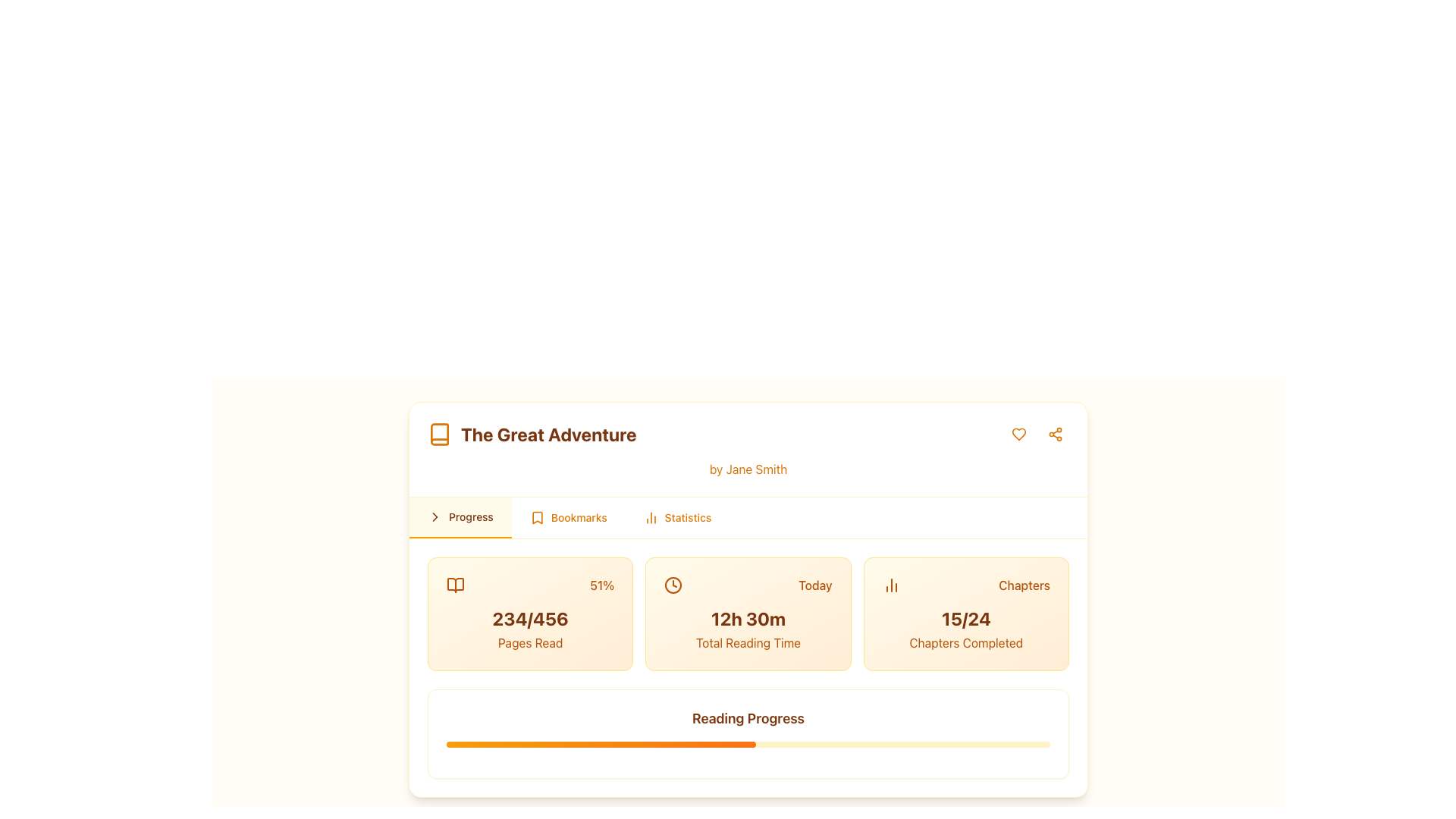 Image resolution: width=1456 pixels, height=819 pixels. What do you see at coordinates (748, 614) in the screenshot?
I see `the Informative card that displays the total amount of reading time for the day, positioned centrally in the grid layout between the '234/456 Pages Read' card on the left and the '15/24 Chapters Completed' card on the right` at bounding box center [748, 614].